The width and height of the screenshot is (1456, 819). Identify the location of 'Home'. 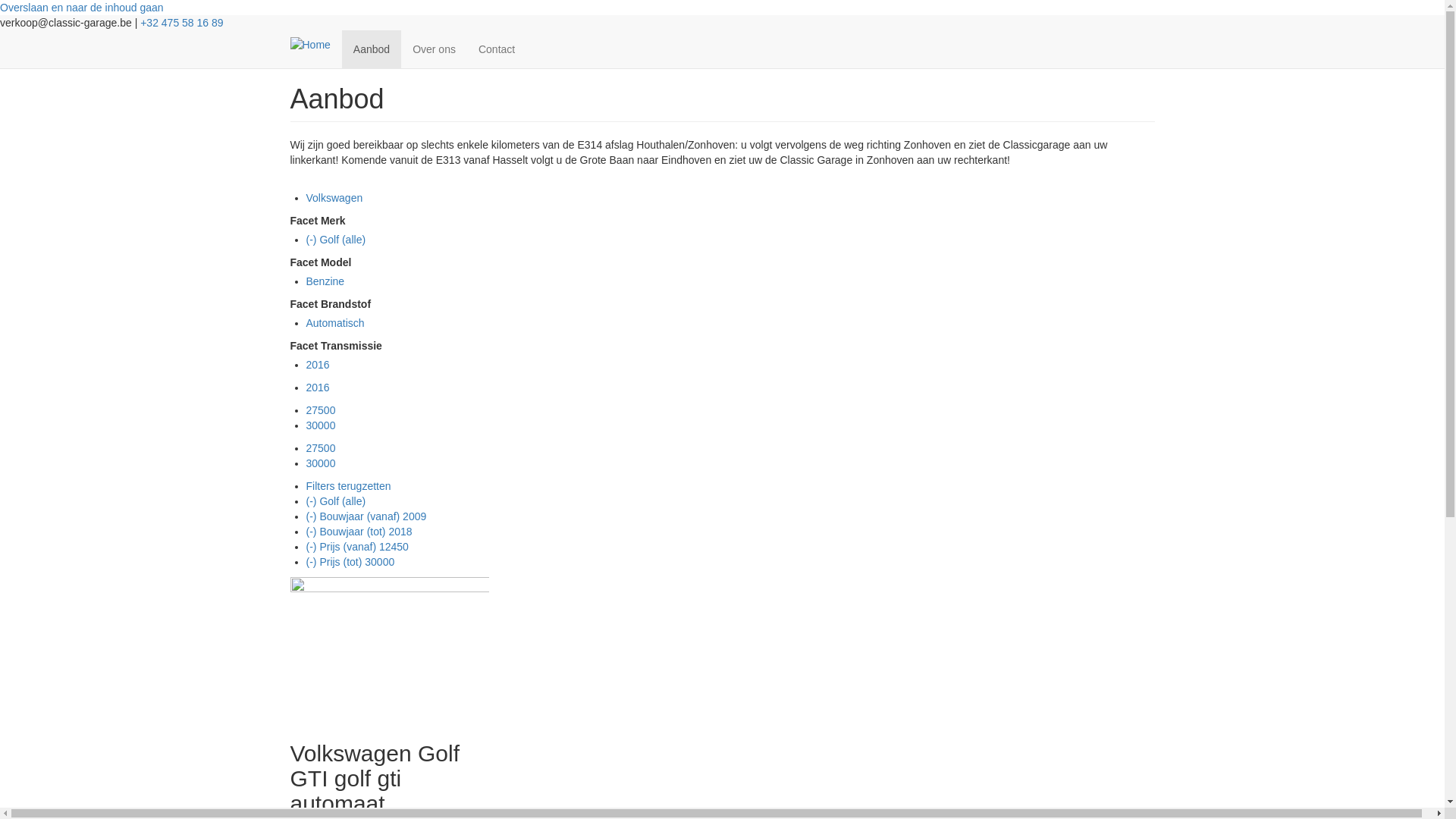
(315, 43).